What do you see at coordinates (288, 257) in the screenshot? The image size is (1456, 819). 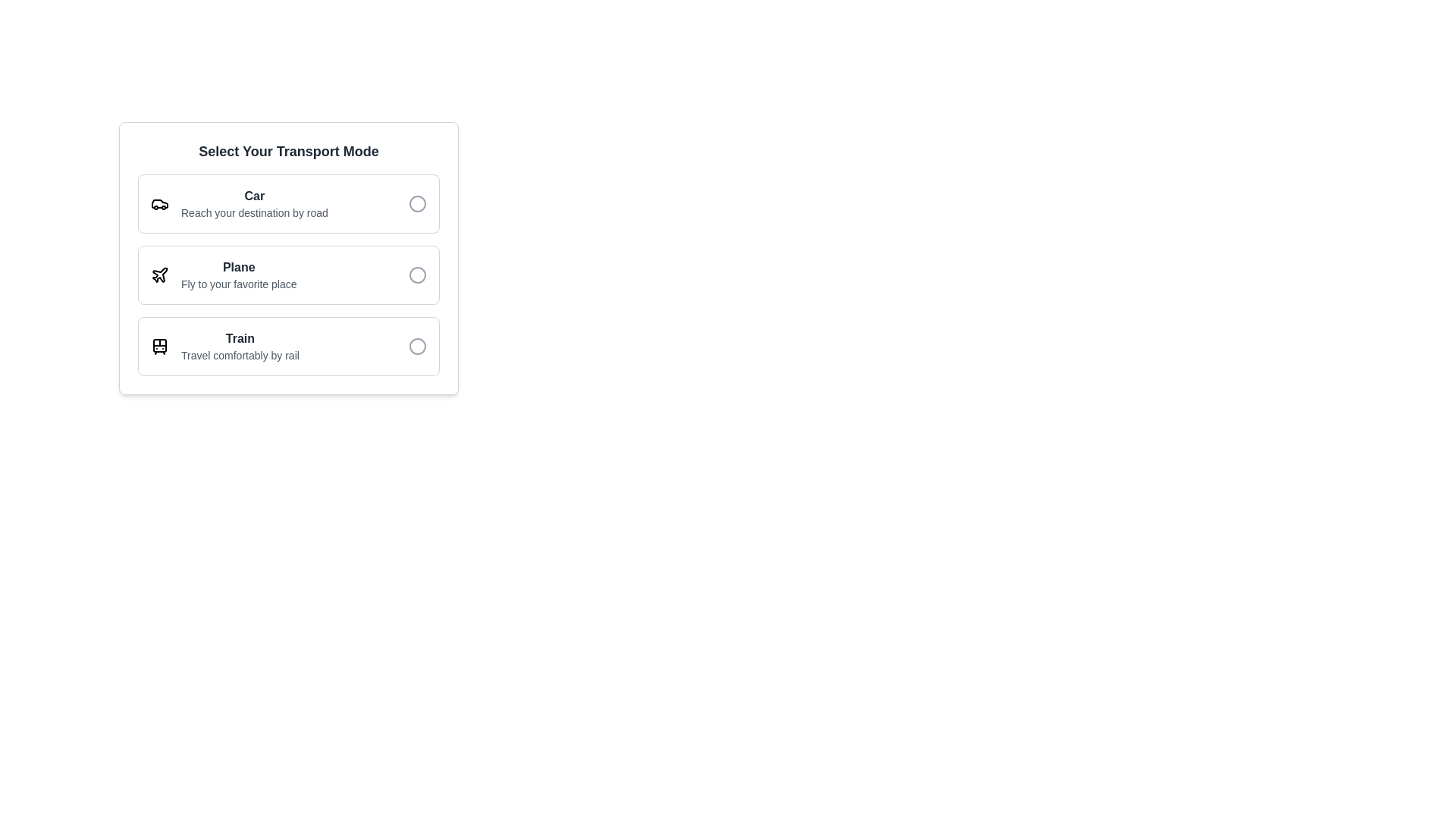 I see `the 'Plane' option in the transport selection interface` at bounding box center [288, 257].